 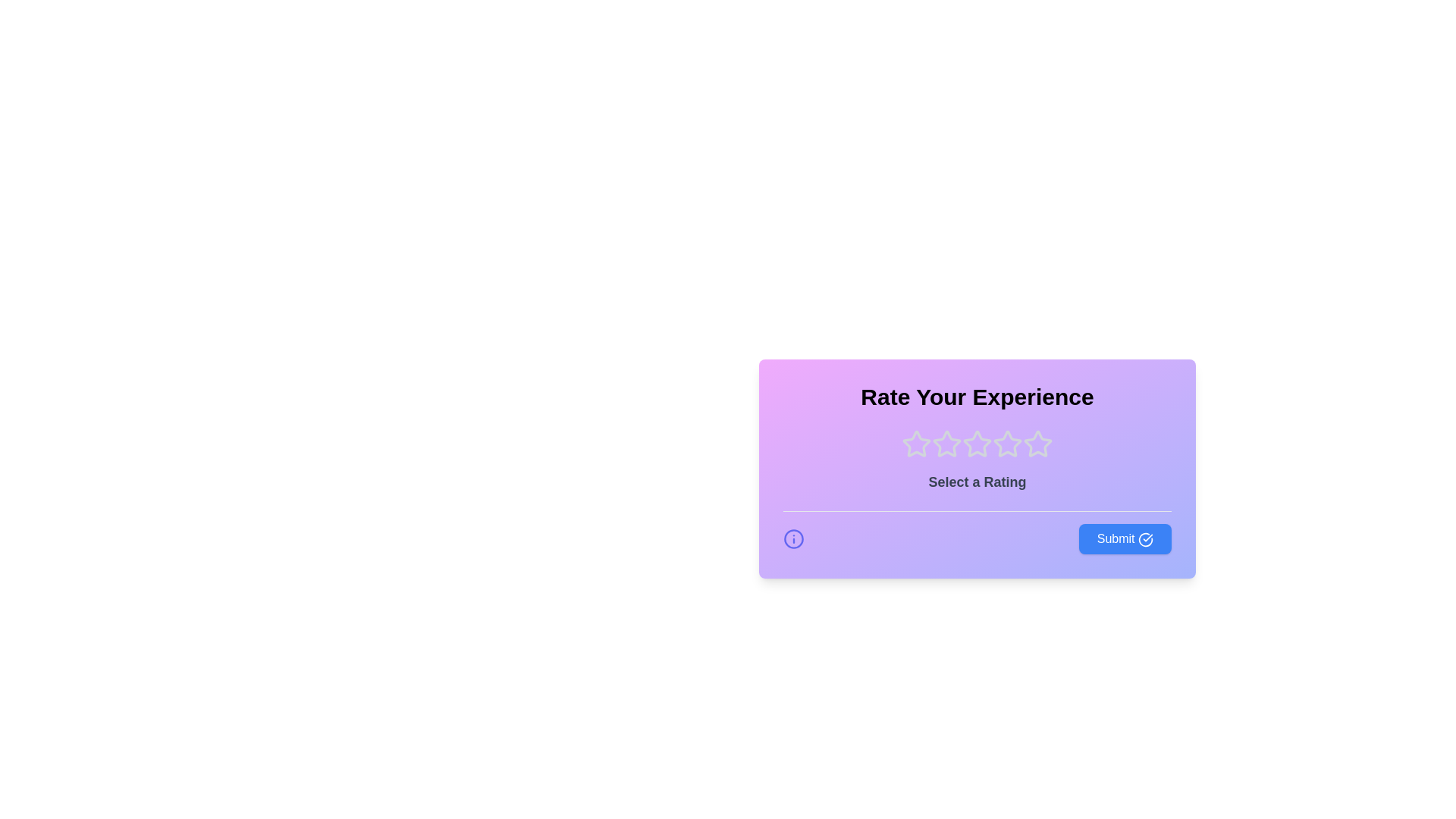 I want to click on the star corresponding to 3 rating, so click(x=977, y=444).